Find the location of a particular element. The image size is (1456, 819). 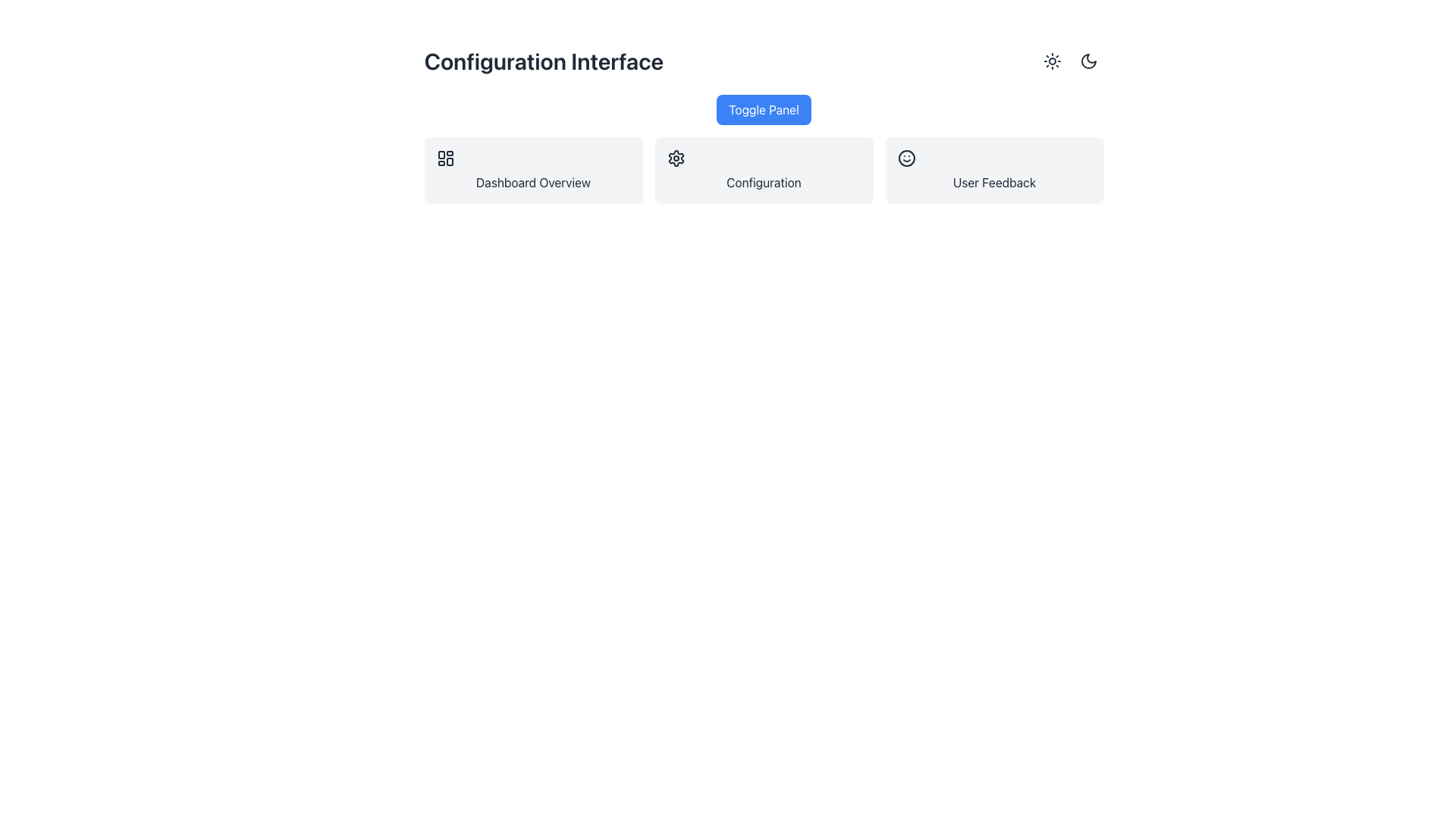

the icon located in the top-left corner of the 'Dashboard Overview' card, which serves as a link to navigate to the dashboard functionality is located at coordinates (444, 158).